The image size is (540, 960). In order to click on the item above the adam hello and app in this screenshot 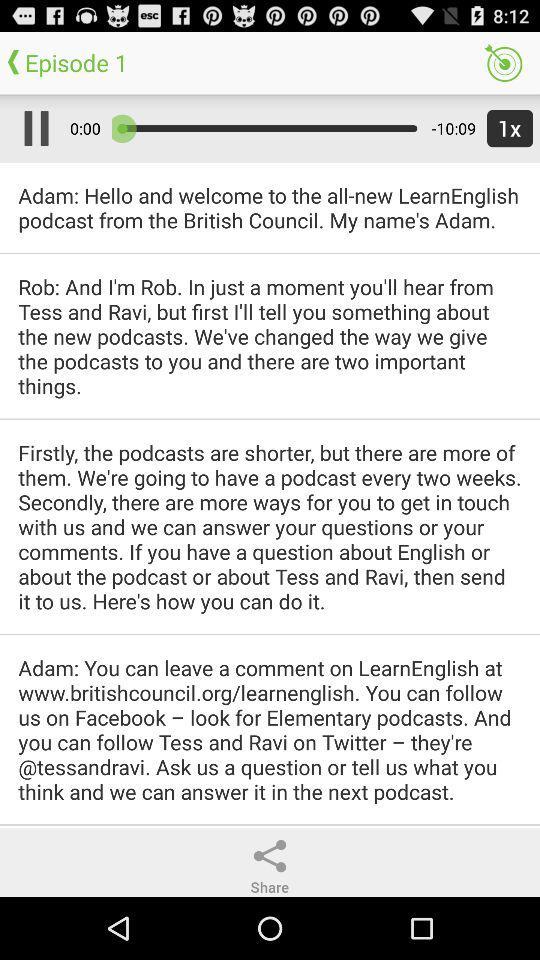, I will do `click(505, 127)`.